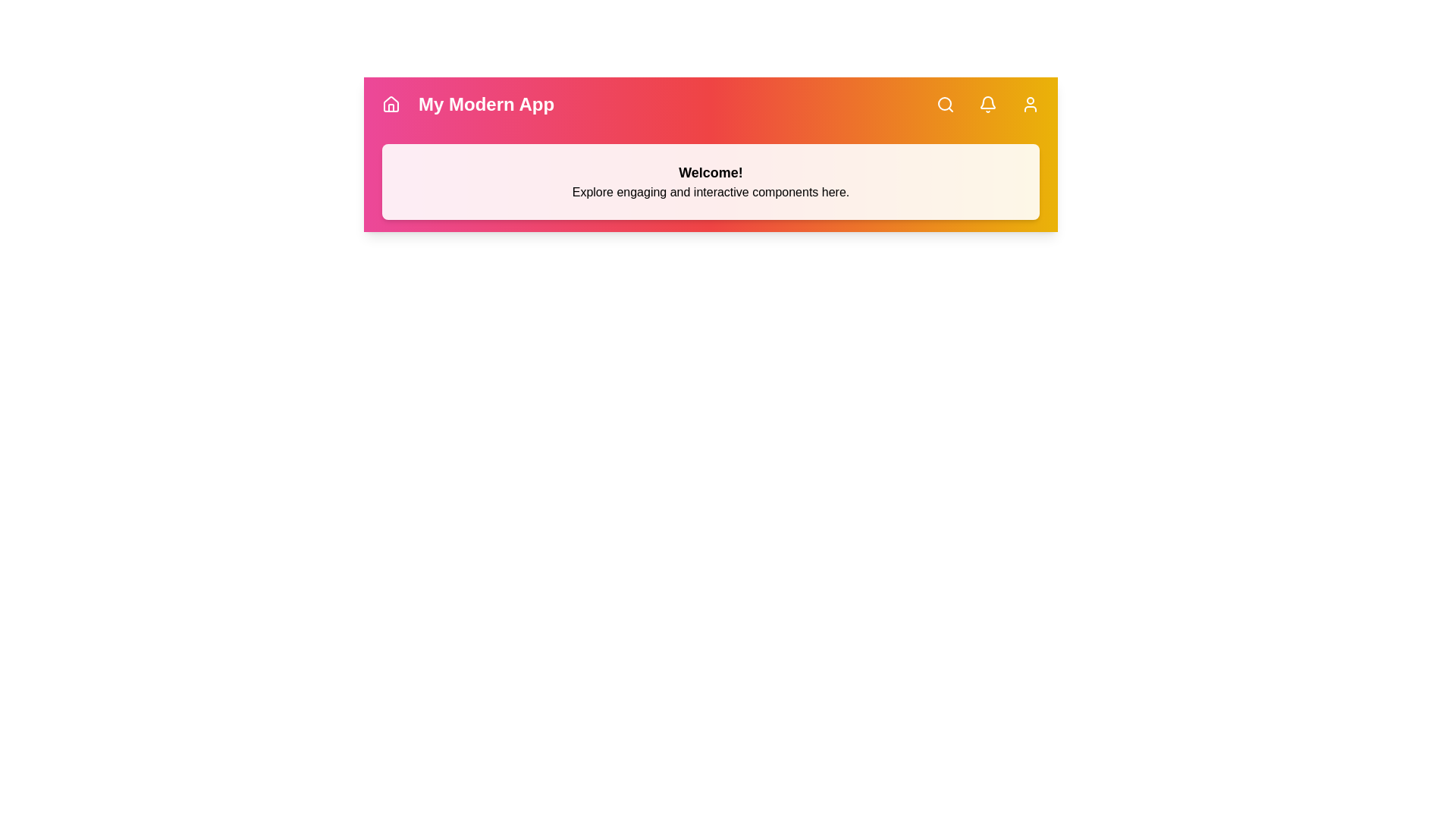  Describe the element at coordinates (987, 104) in the screenshot. I see `the Notifications button` at that location.